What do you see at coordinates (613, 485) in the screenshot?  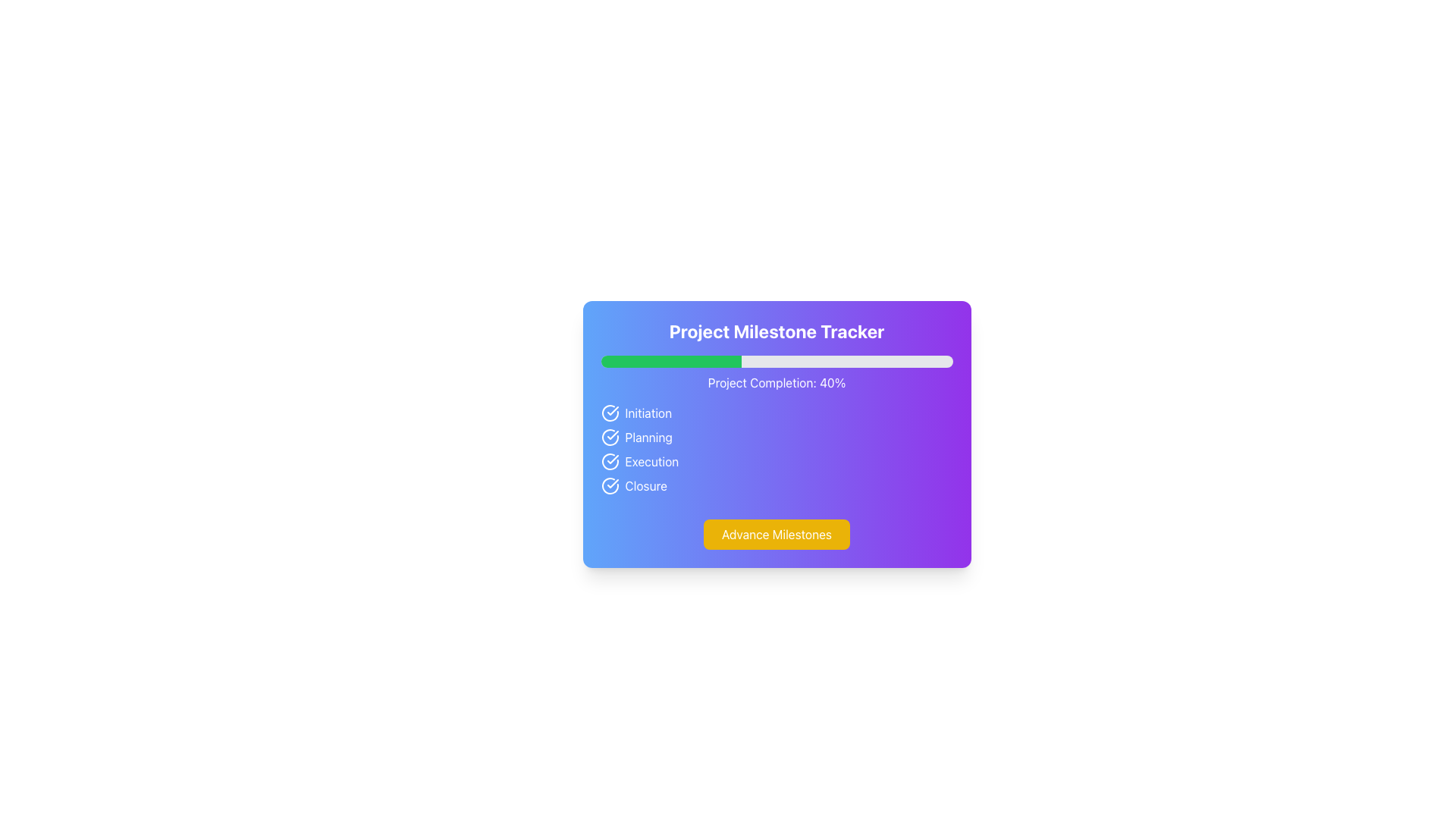 I see `the completion status icon for the 'Closure' milestone in the project tracker, which is the fourth in a vertical list of milestone indicators` at bounding box center [613, 485].